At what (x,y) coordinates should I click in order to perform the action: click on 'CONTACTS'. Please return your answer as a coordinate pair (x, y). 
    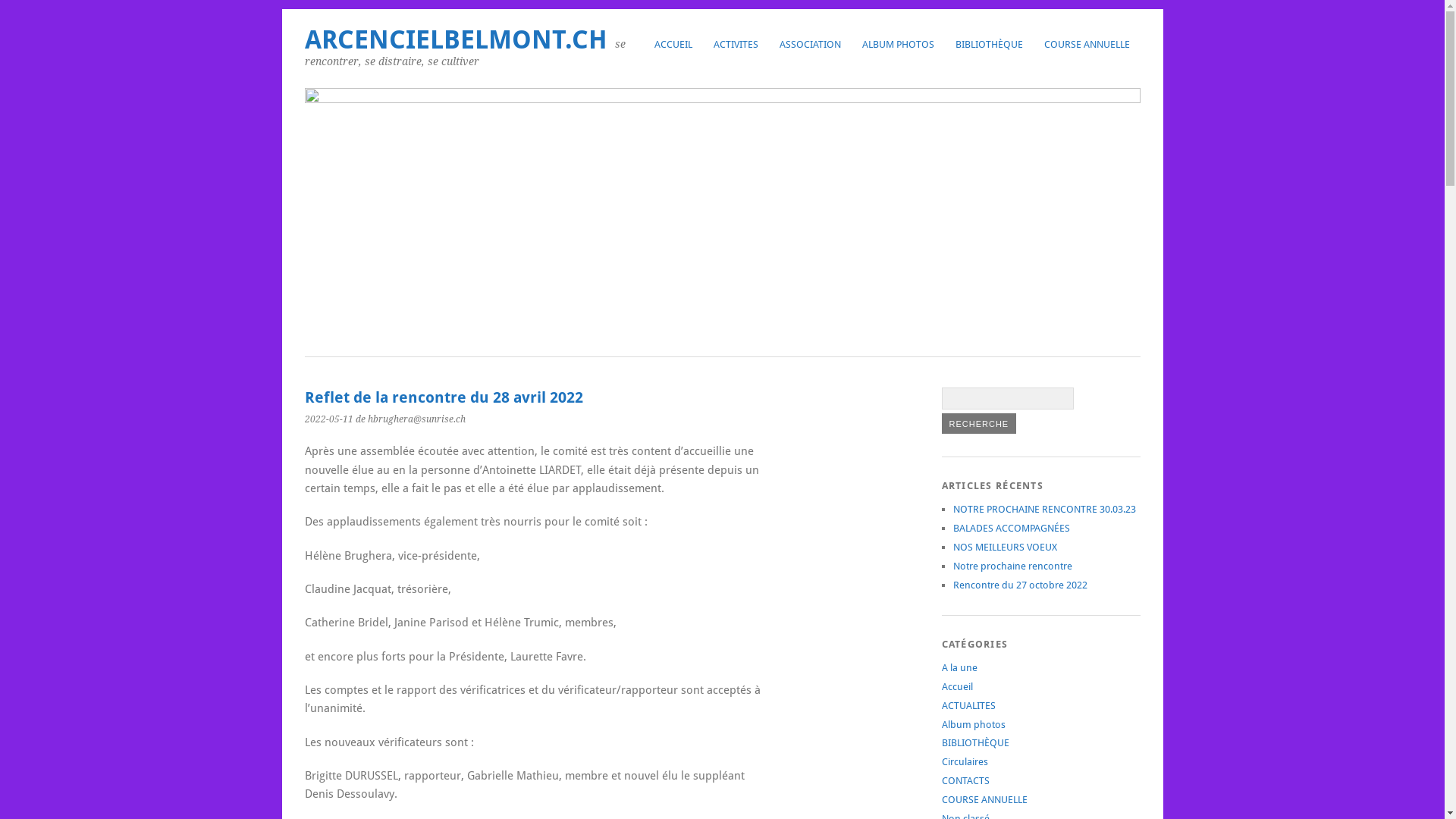
    Looking at the image, I should click on (965, 780).